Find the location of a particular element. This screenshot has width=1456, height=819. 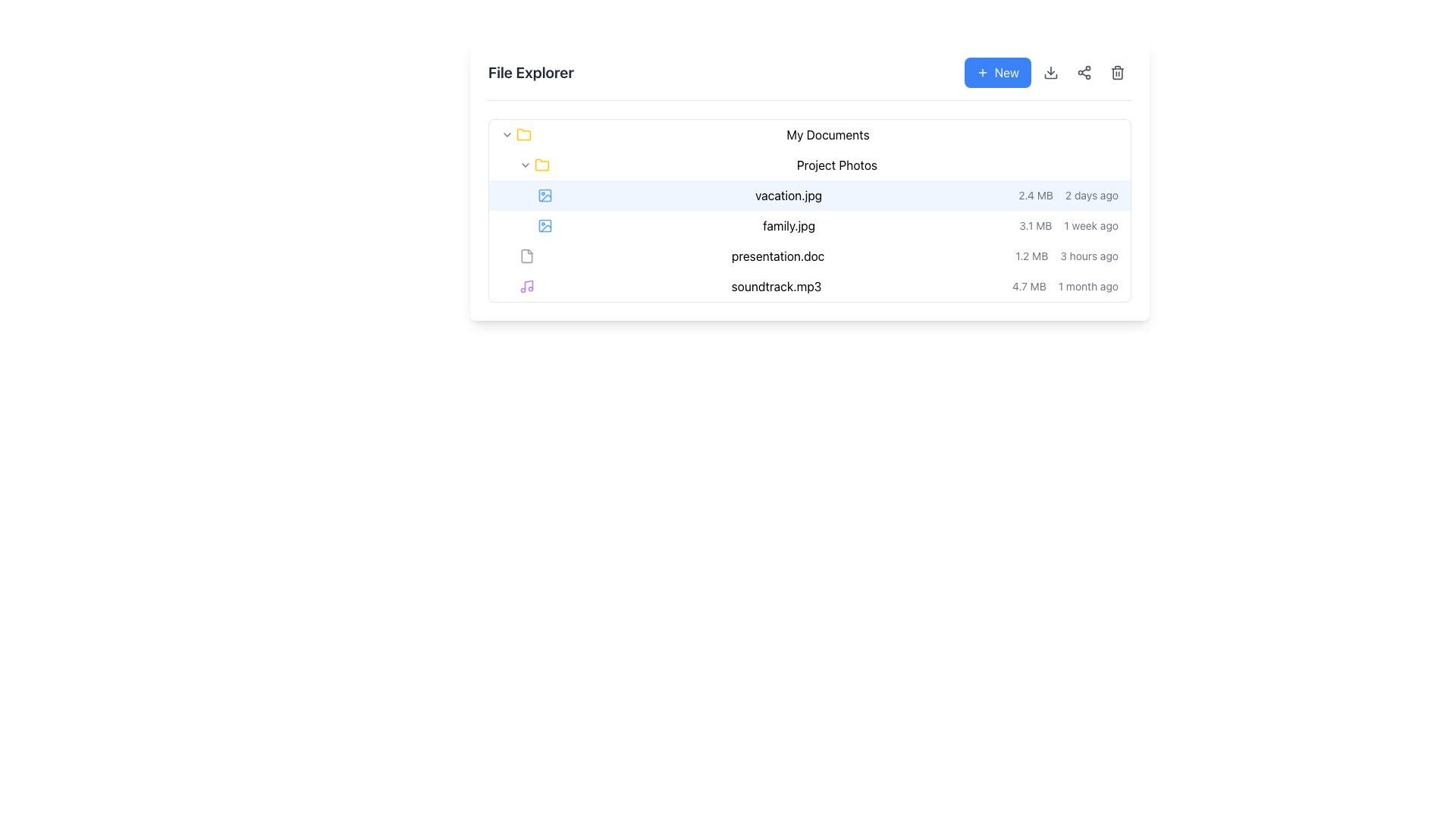

the text label displaying the filename 'family.jpg' to bring up contextual options is located at coordinates (789, 225).